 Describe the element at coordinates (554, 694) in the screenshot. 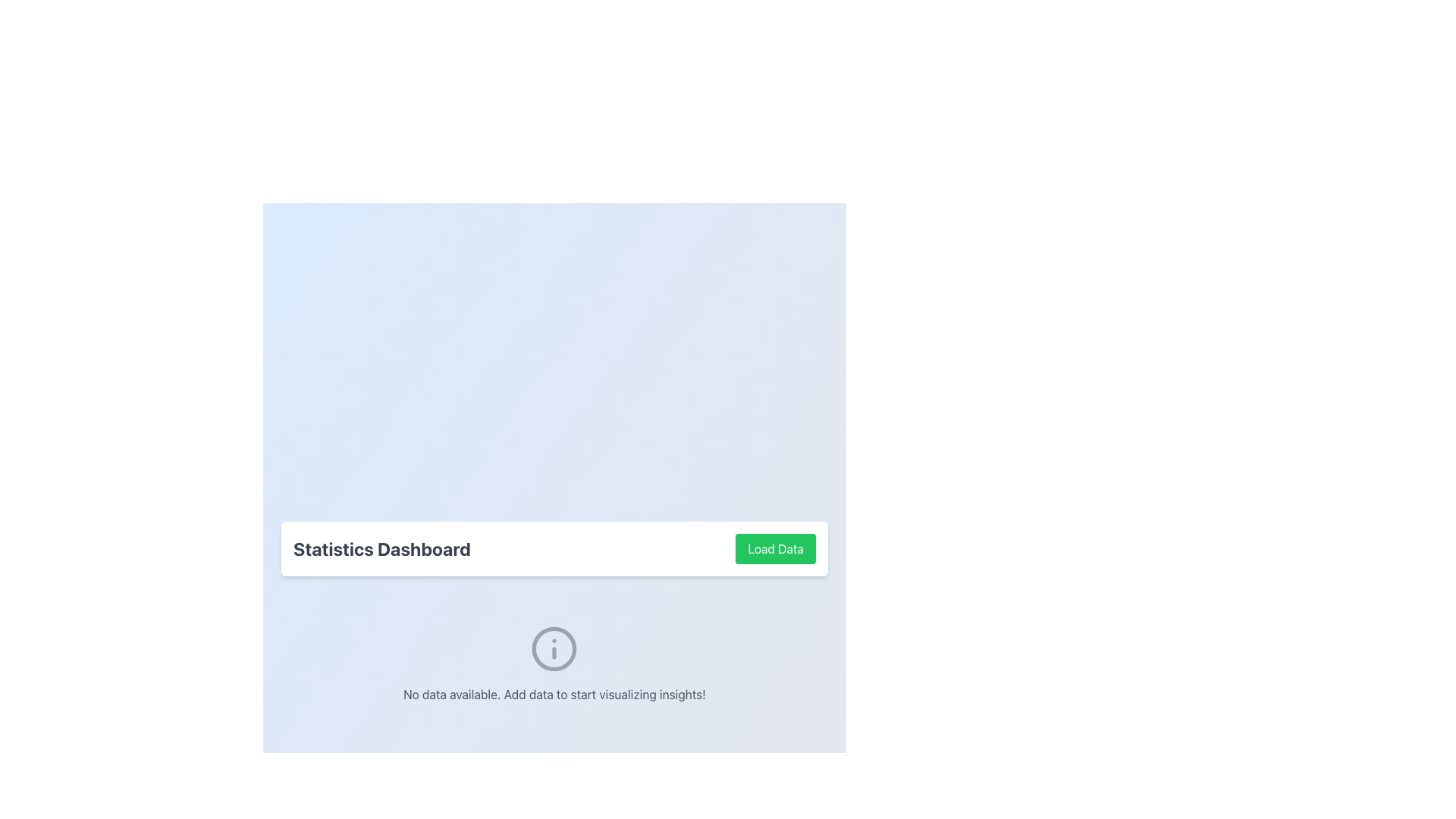

I see `the textual information display that shows the message 'No data available. Add data to start visualizing insights!'` at that location.